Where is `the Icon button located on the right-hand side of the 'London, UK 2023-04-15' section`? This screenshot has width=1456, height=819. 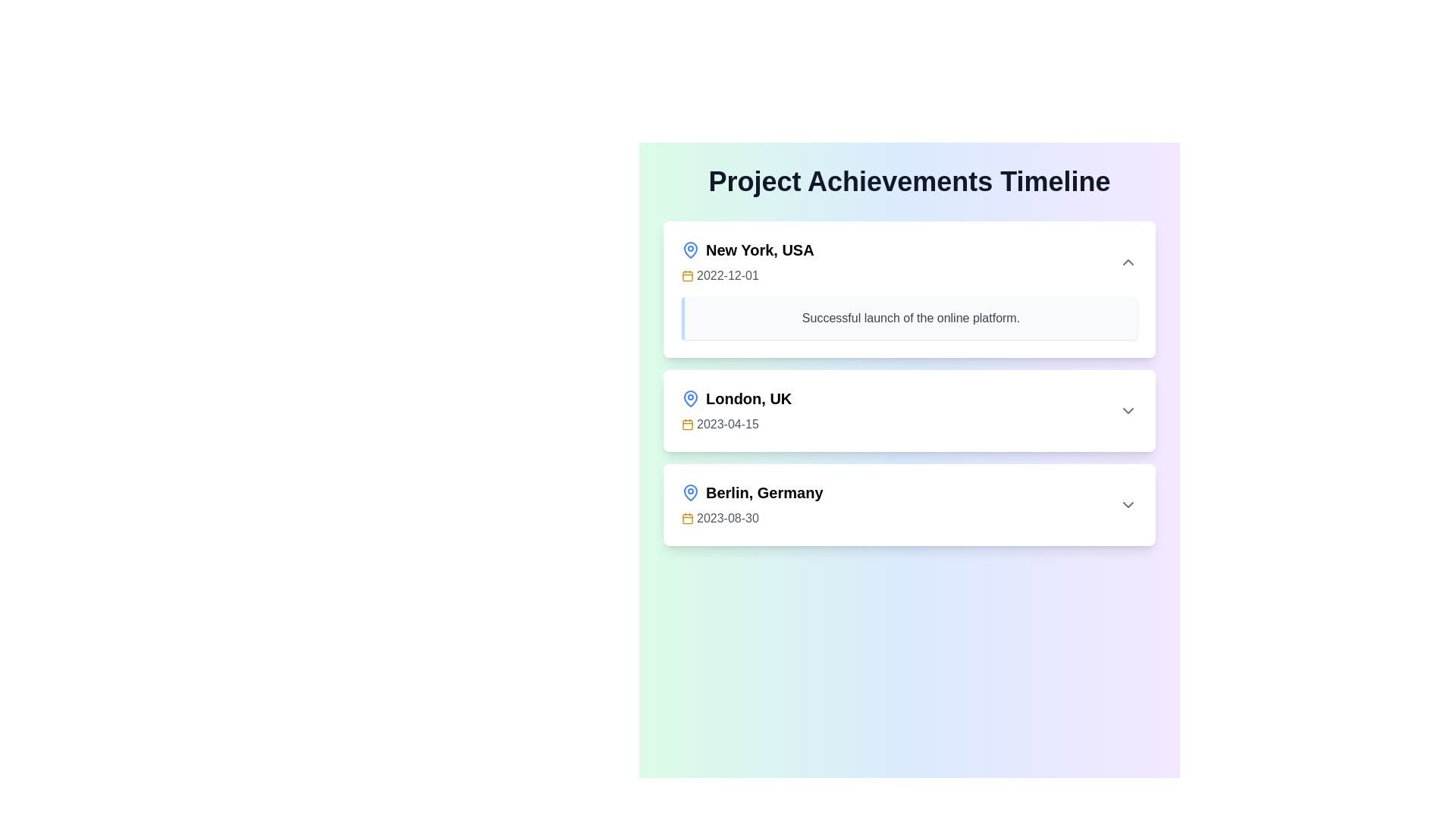
the Icon button located on the right-hand side of the 'London, UK 2023-04-15' section is located at coordinates (1128, 411).